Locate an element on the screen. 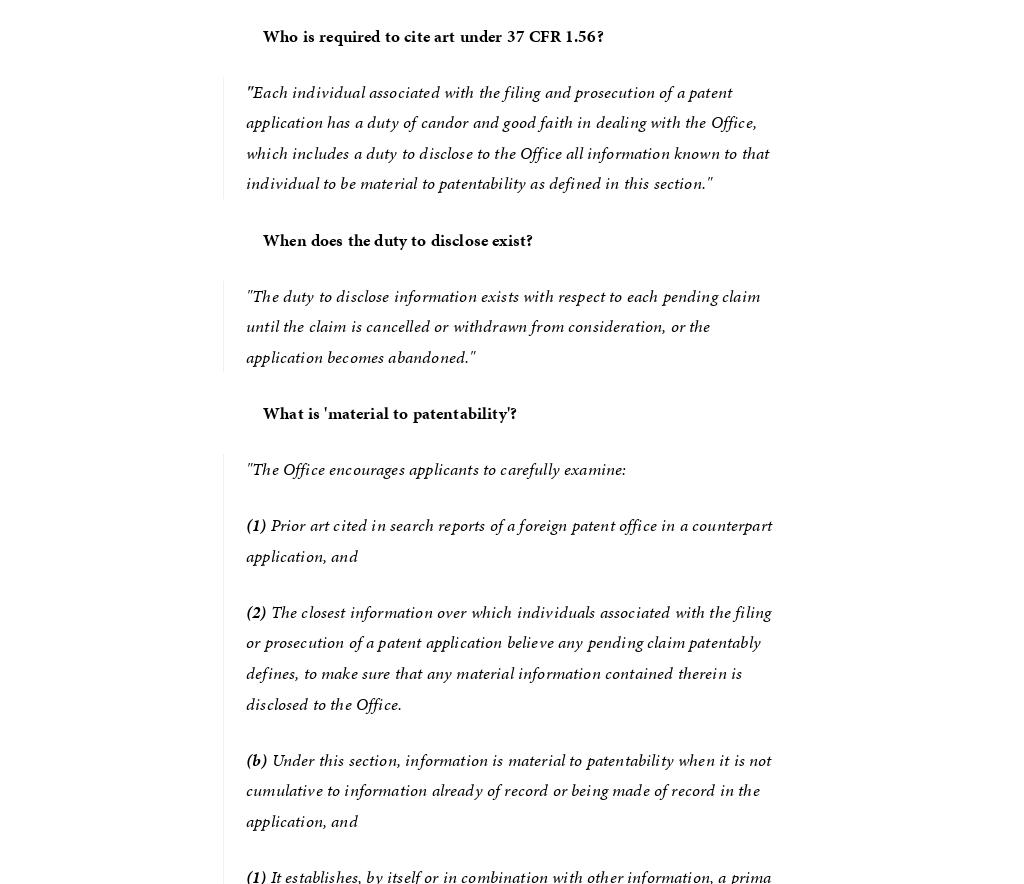 The height and width of the screenshot is (884, 1024). 'Each individual associated with the filing and prosecution of a patent application has a duty of candor and good faith in dealing with the Office, which includes a duty to disclose to the Office all information known to that individual to be material to patentability as defined in this section."' is located at coordinates (508, 136).